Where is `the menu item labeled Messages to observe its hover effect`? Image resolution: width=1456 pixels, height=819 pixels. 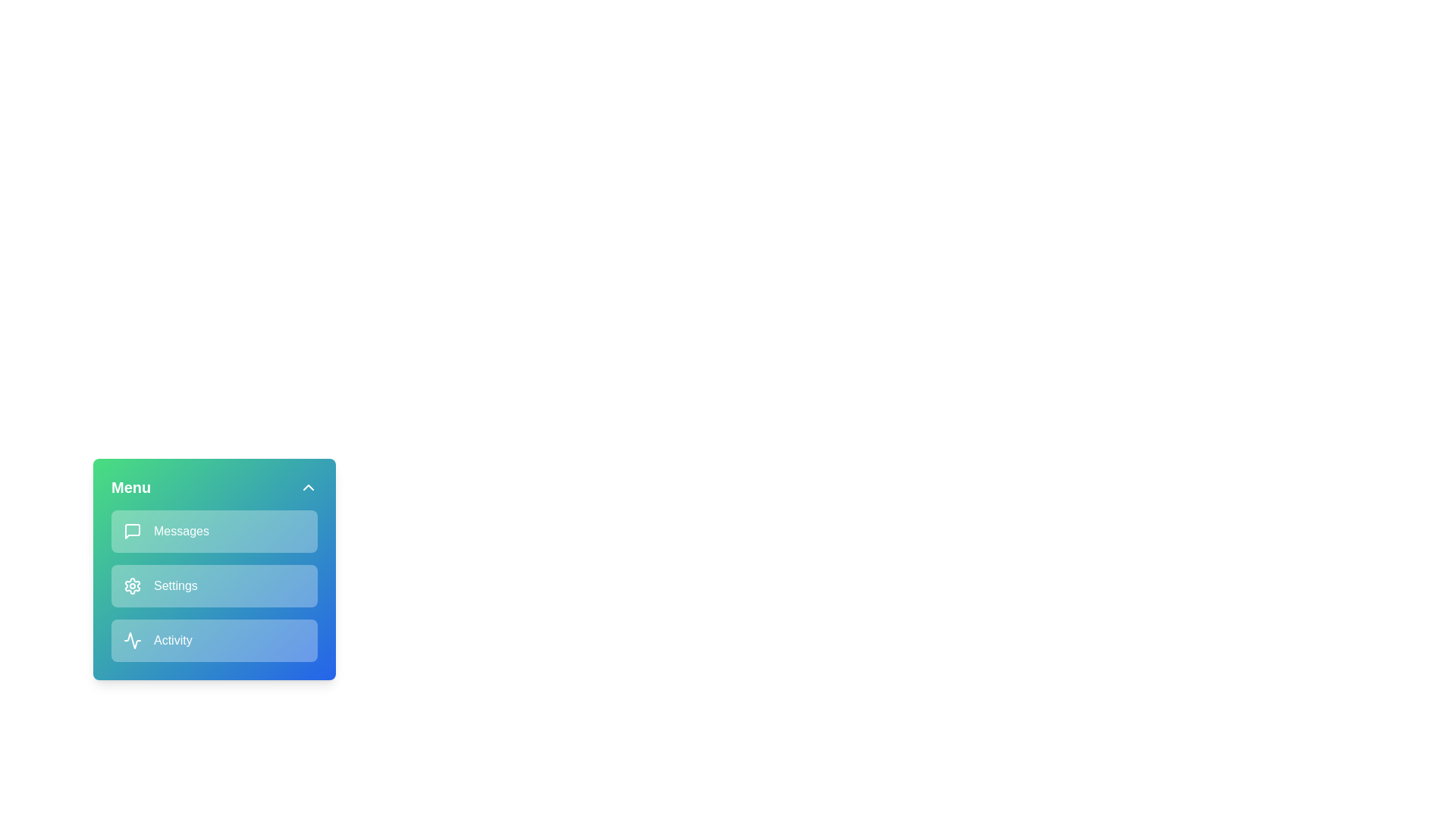 the menu item labeled Messages to observe its hover effect is located at coordinates (214, 531).